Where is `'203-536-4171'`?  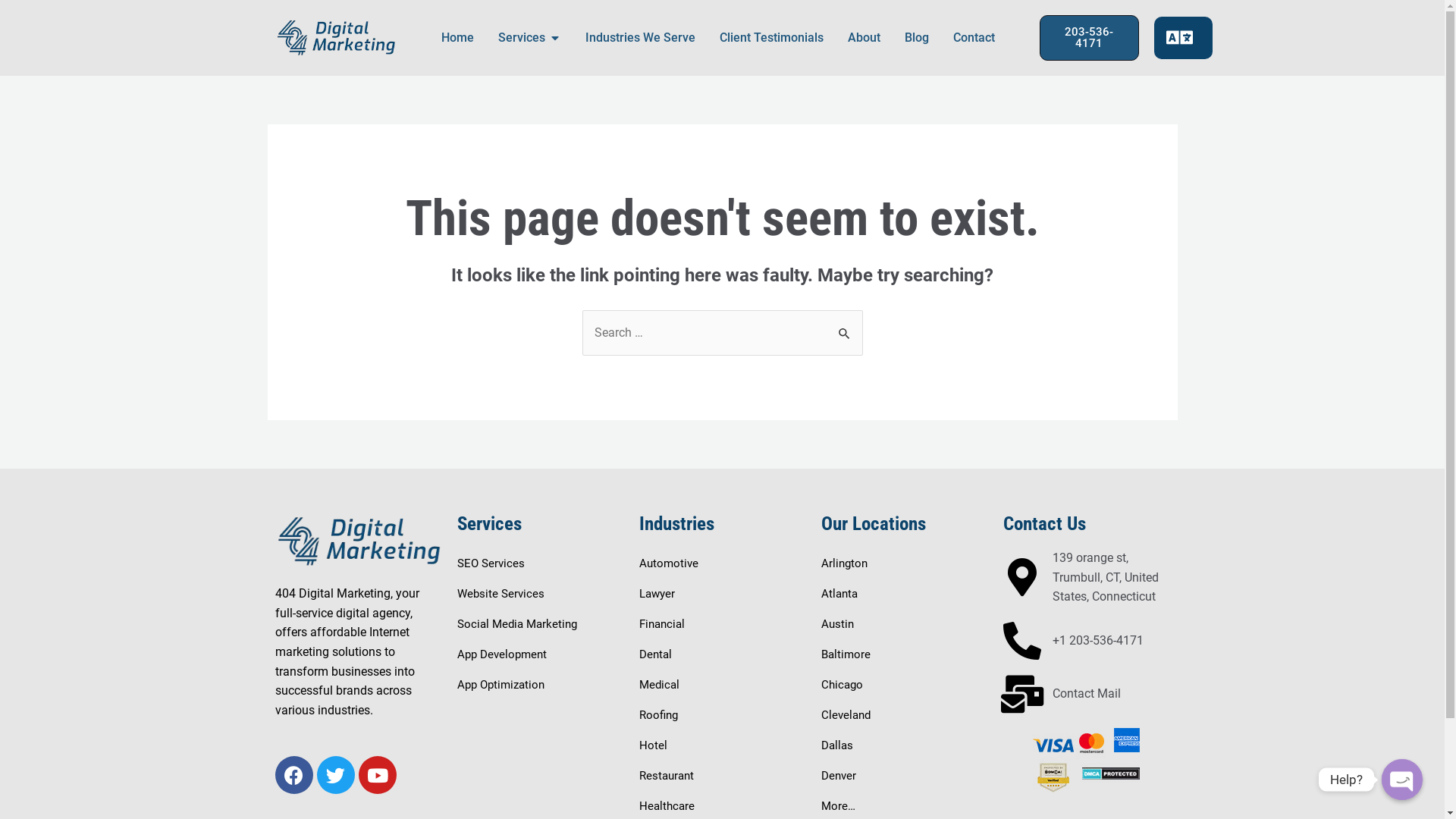
'203-536-4171' is located at coordinates (1087, 37).